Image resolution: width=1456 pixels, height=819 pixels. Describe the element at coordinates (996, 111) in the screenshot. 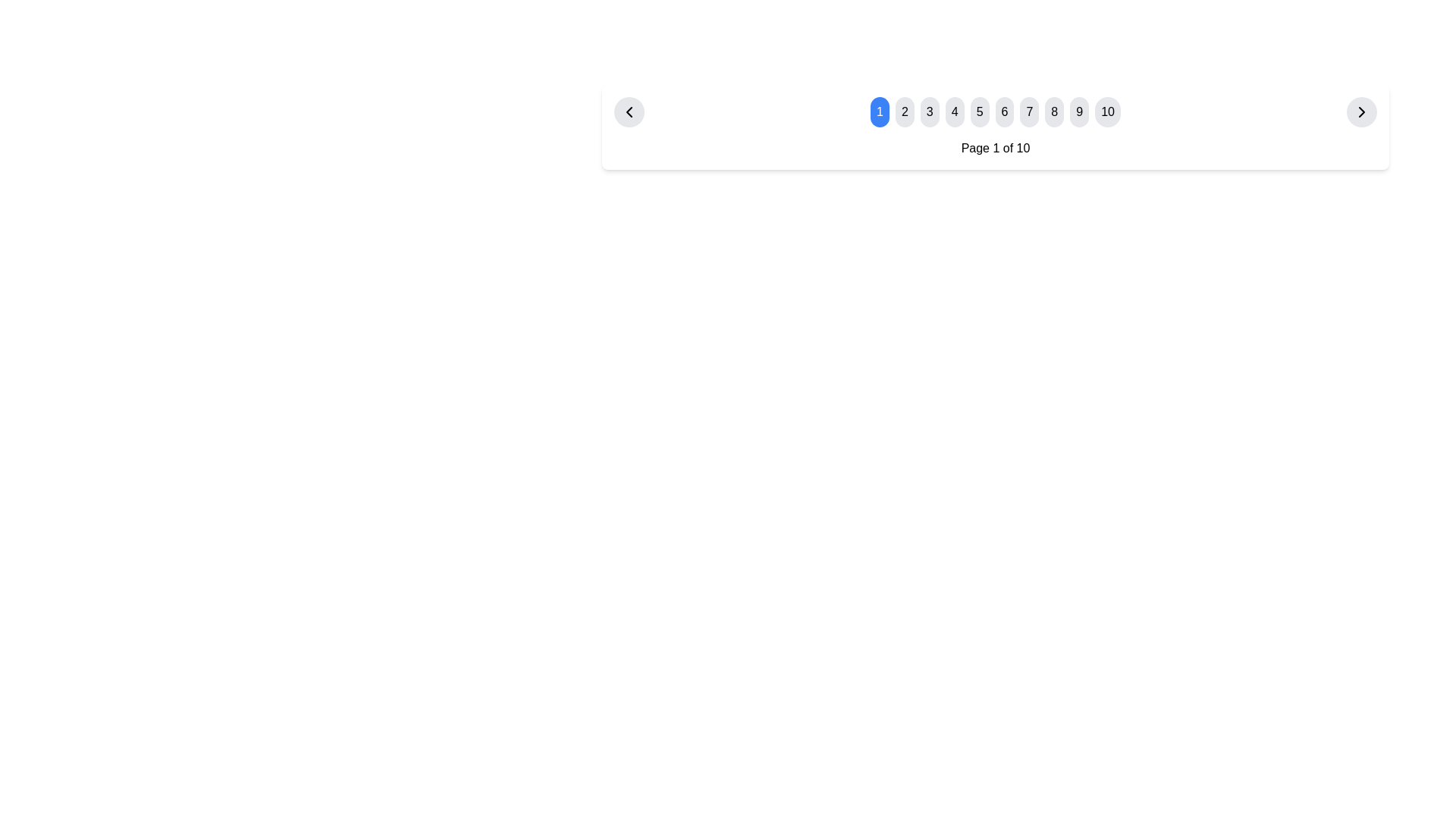

I see `the sixth numbered button that allows navigation to the sixth page` at that location.